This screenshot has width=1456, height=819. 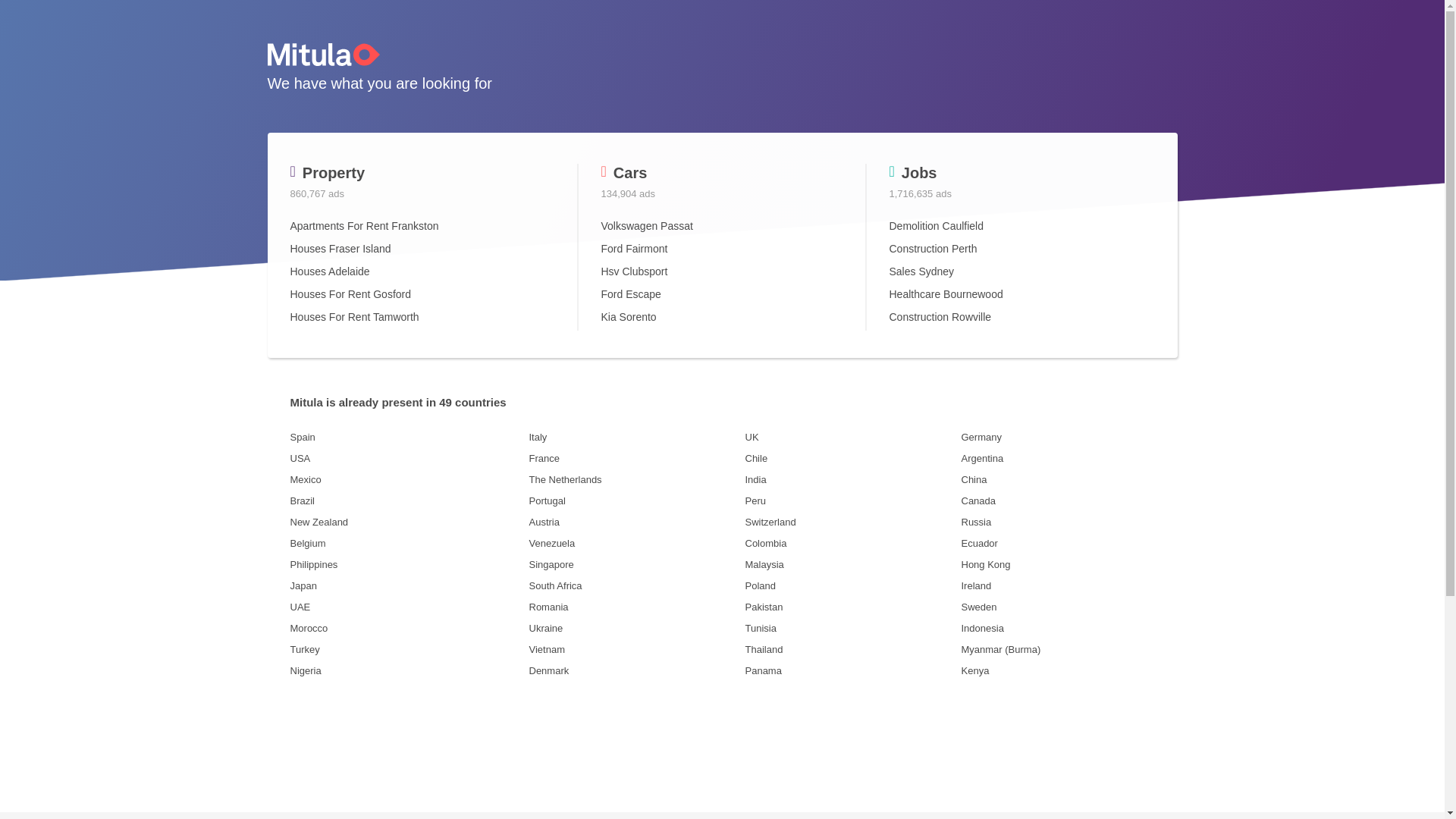 What do you see at coordinates (626, 564) in the screenshot?
I see `'Singapore'` at bounding box center [626, 564].